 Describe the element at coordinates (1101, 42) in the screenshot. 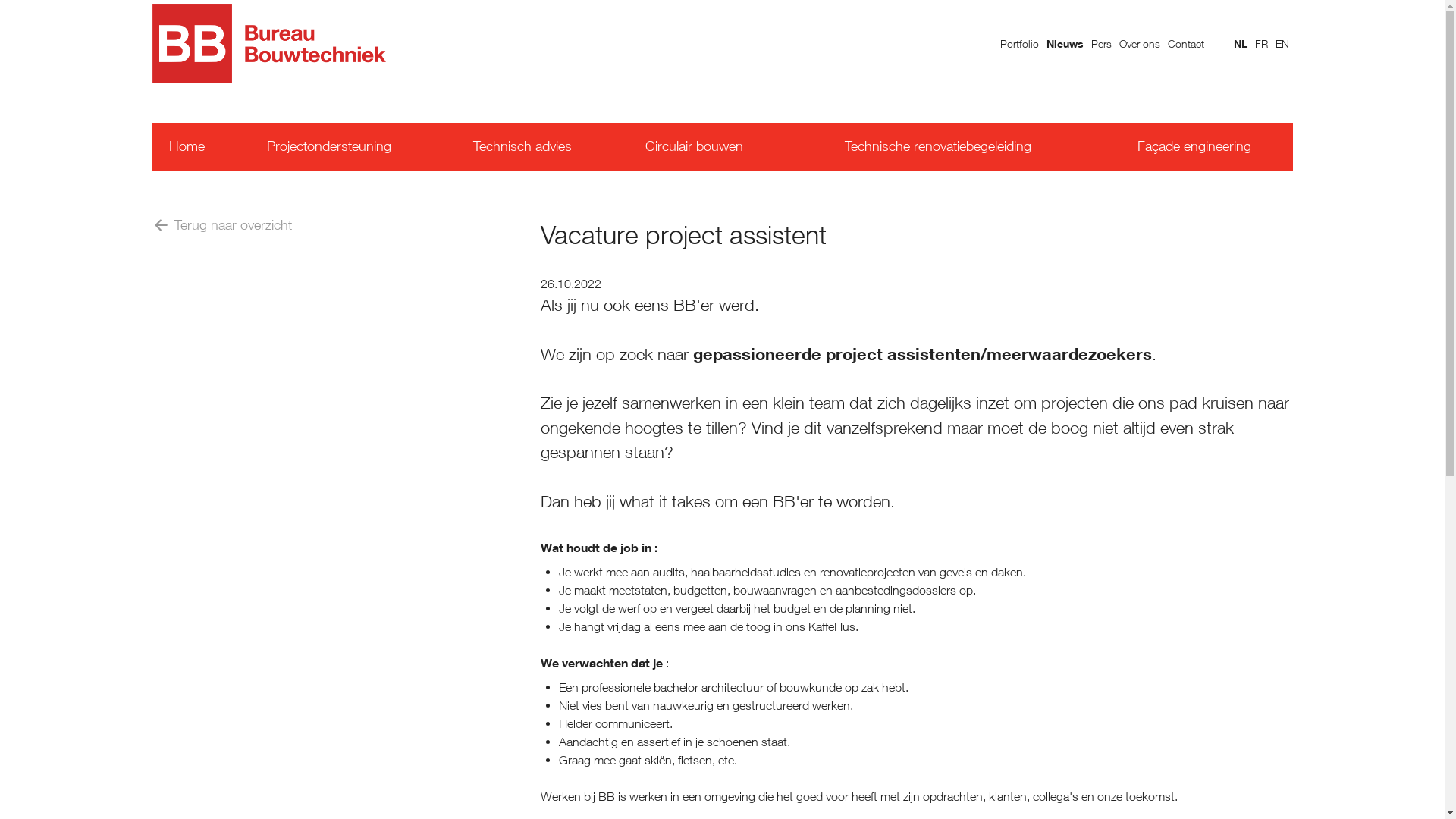

I see `'Pers'` at that location.